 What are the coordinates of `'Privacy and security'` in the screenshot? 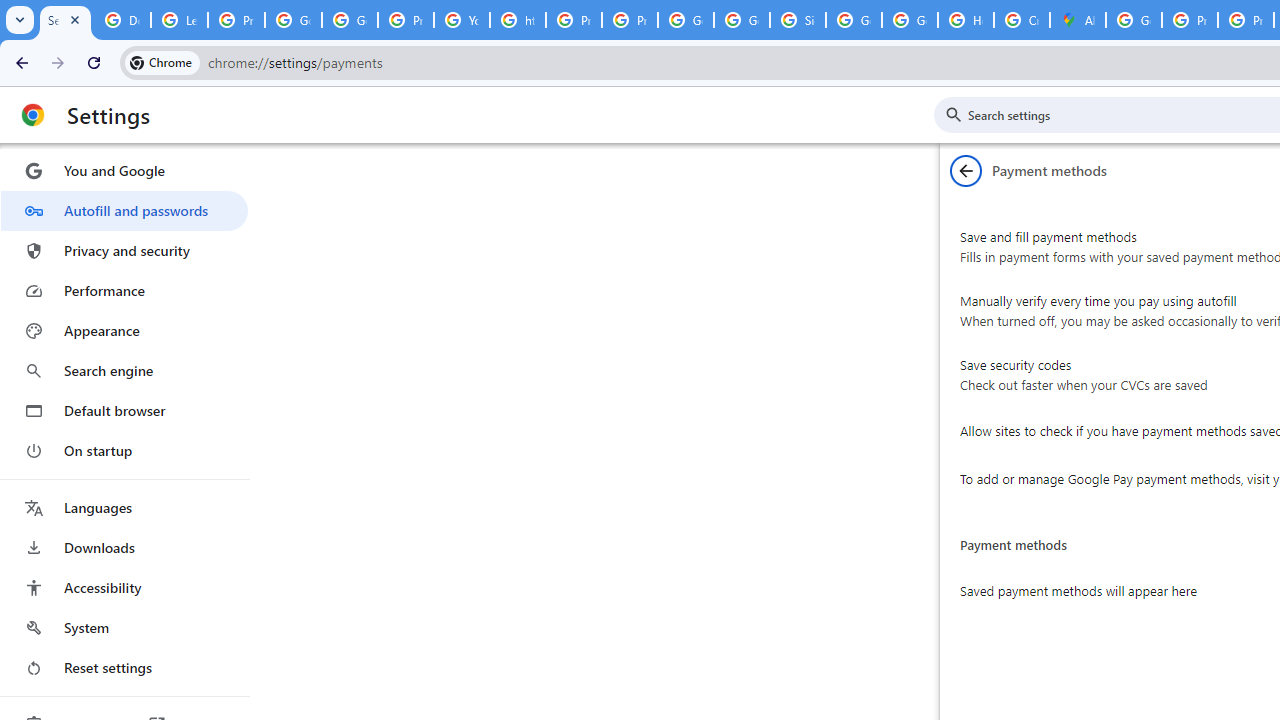 It's located at (123, 249).